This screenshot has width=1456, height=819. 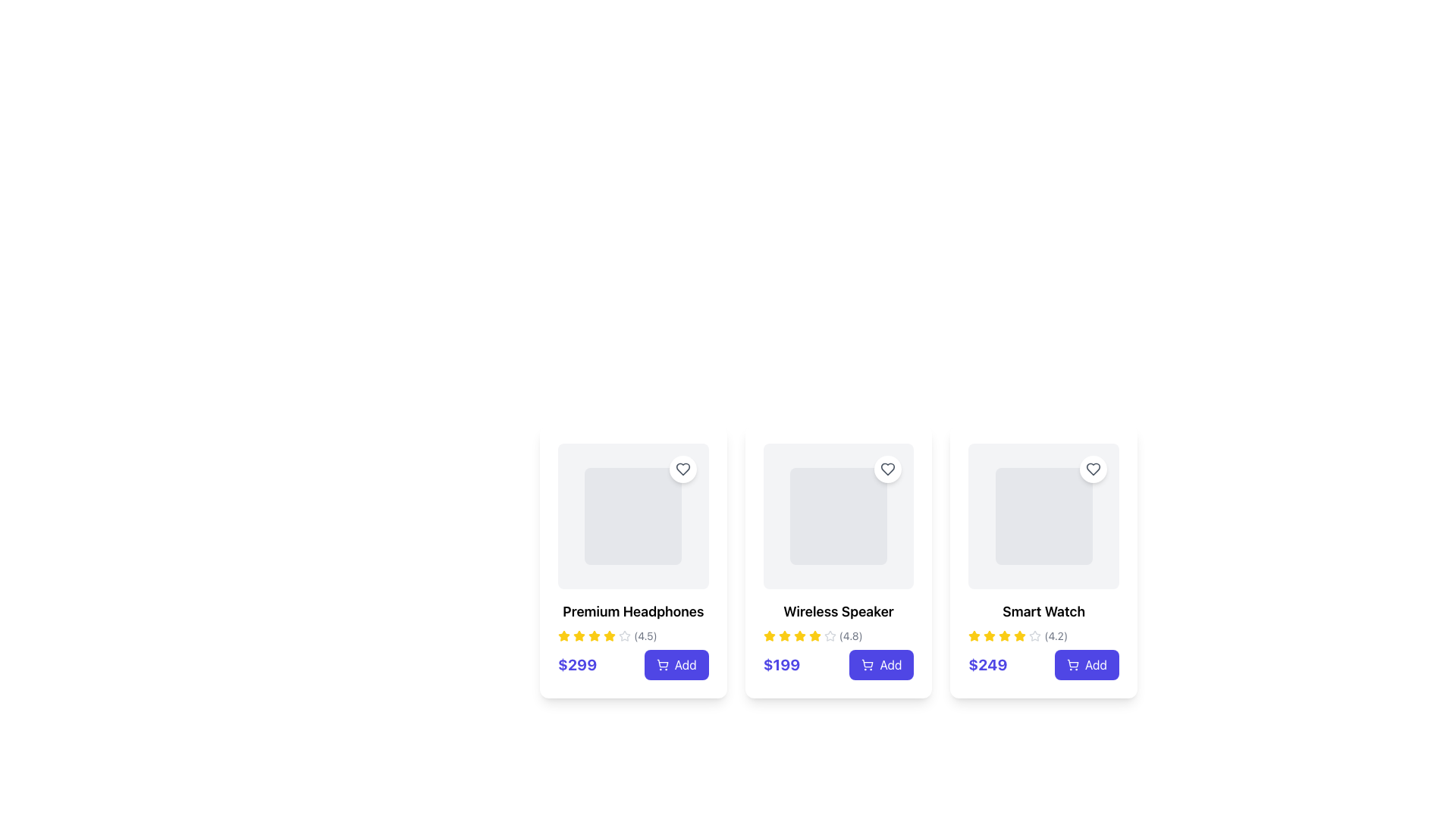 I want to click on the fourth star icon in the five-star rating system for the 'Smart Watch' product card, which is visually prominent with a yellow fill, so click(x=1020, y=636).